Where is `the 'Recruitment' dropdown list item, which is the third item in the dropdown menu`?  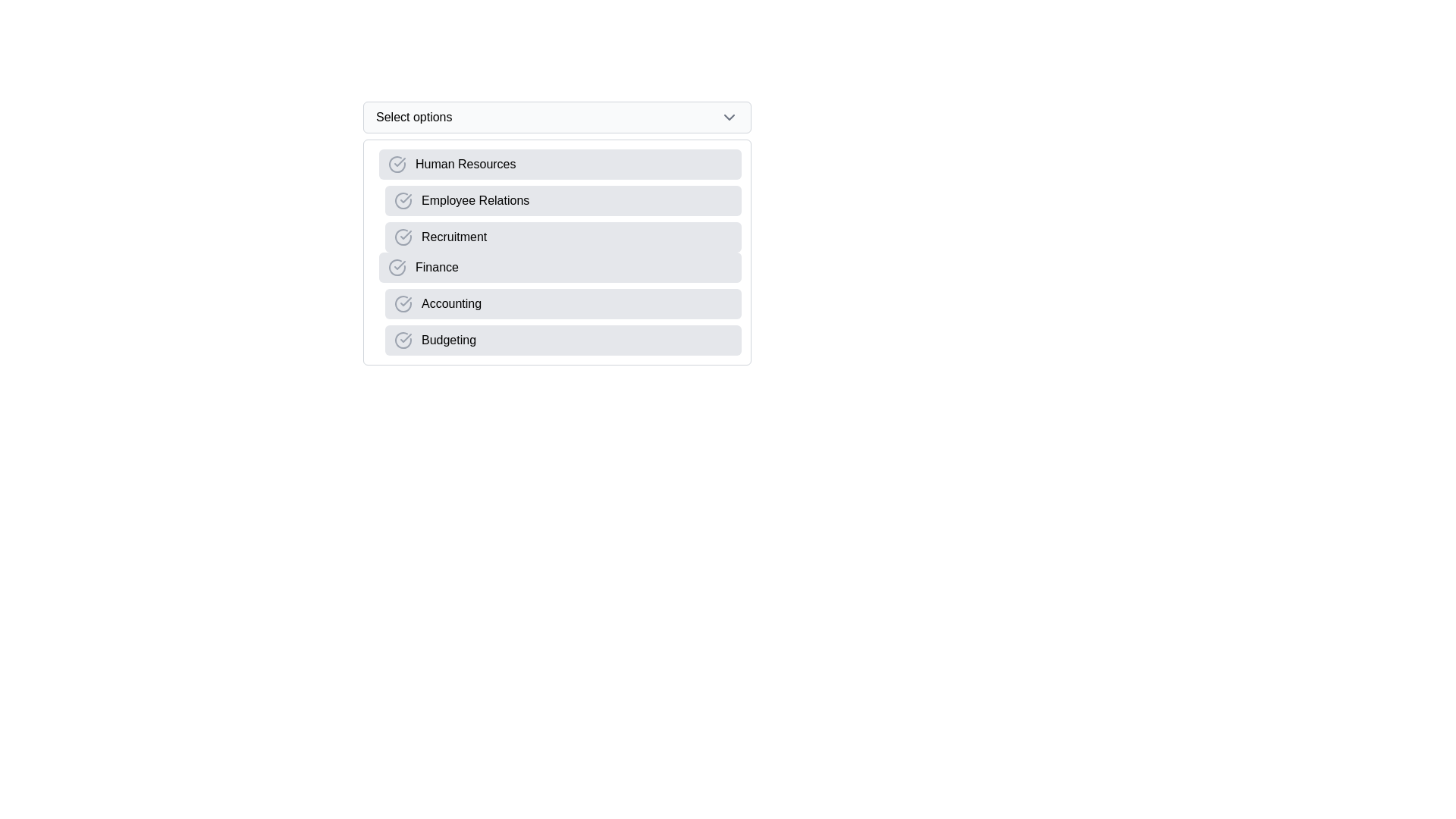
the 'Recruitment' dropdown list item, which is the third item in the dropdown menu is located at coordinates (556, 234).